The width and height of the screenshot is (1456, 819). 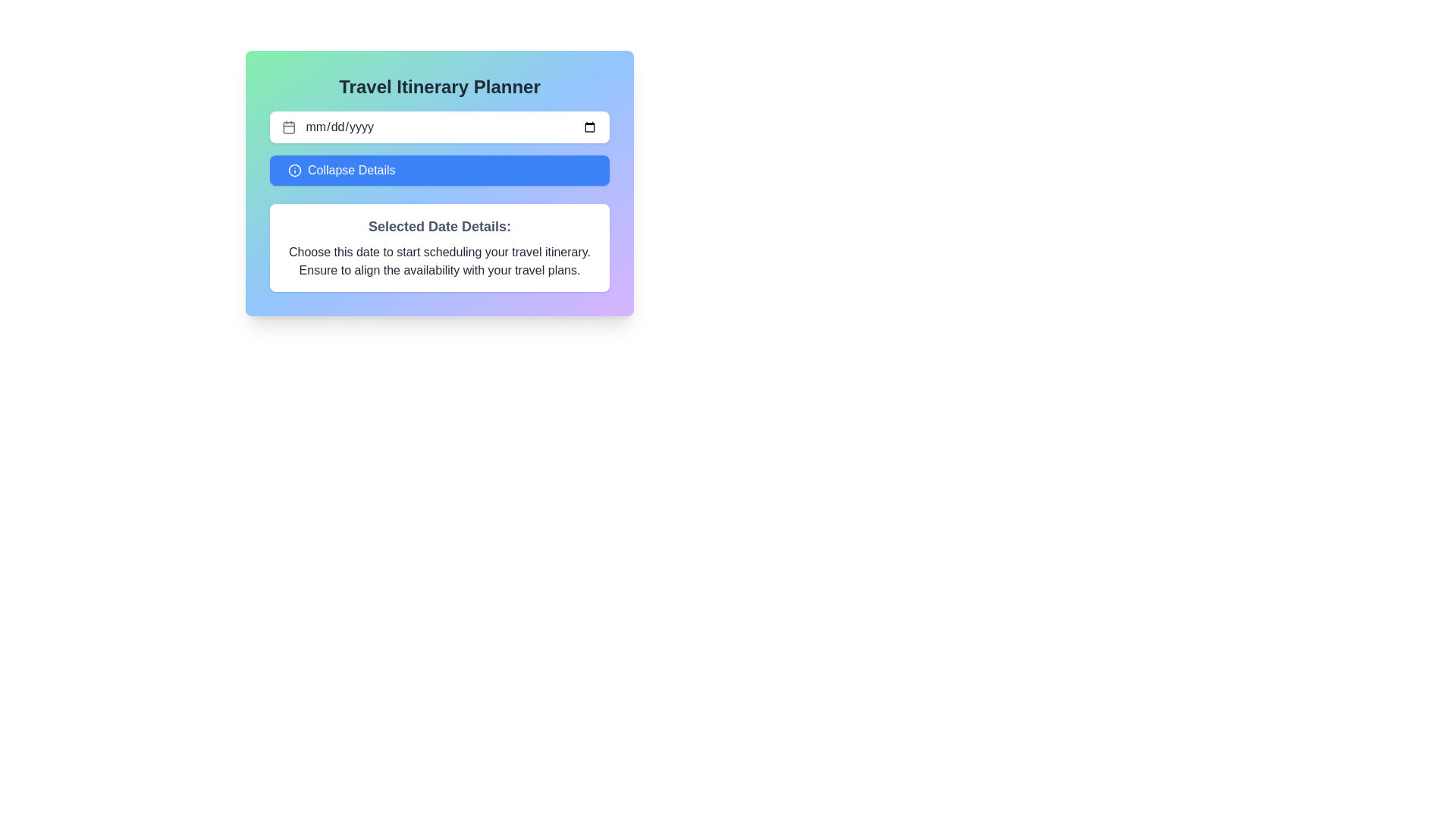 I want to click on the 'Collapse Details' button, which has a blue background and white text, located below the date input field in the travel itinerary card, so click(x=439, y=183).